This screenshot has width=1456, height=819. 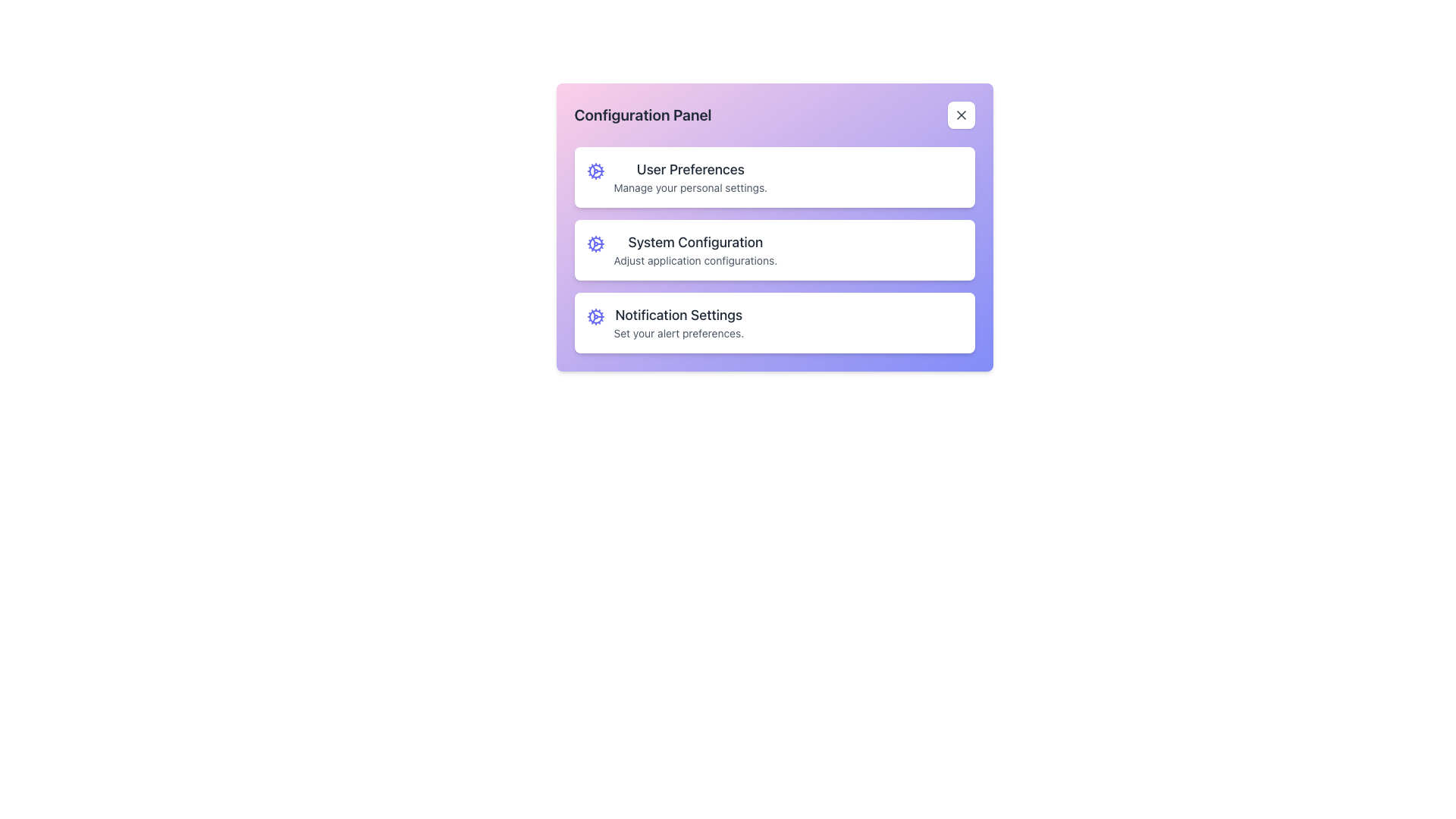 What do you see at coordinates (595, 315) in the screenshot?
I see `the cog icon representing the settings functionality within the 'Notification Settings' card, located in the bottom-most card of the 'Configuration Panel'` at bounding box center [595, 315].